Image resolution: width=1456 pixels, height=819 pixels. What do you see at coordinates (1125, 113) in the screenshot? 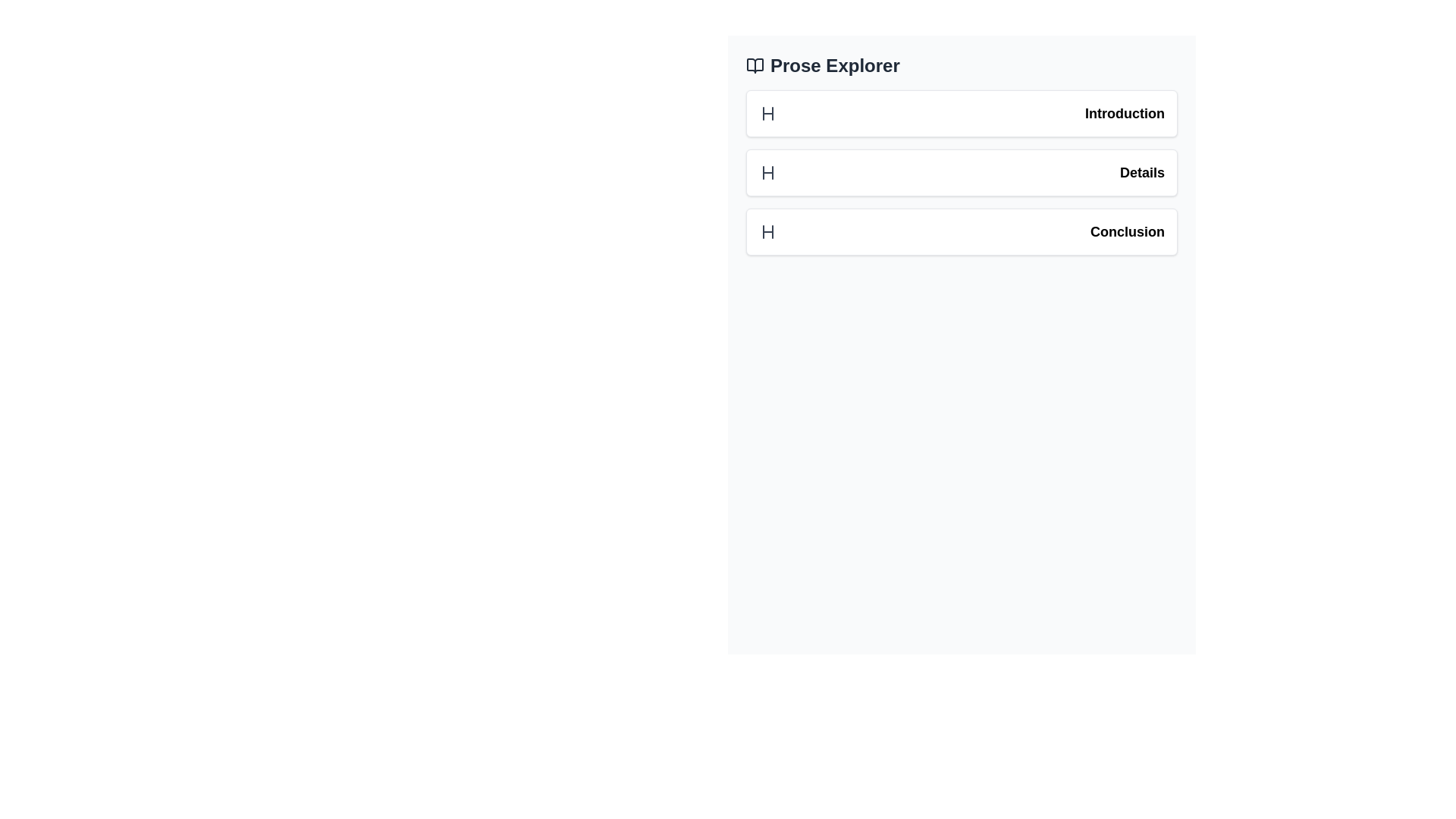
I see `text label displaying 'Introduction' in bold, large font located at the upper section of the interface under 'Prose Explorer'` at bounding box center [1125, 113].